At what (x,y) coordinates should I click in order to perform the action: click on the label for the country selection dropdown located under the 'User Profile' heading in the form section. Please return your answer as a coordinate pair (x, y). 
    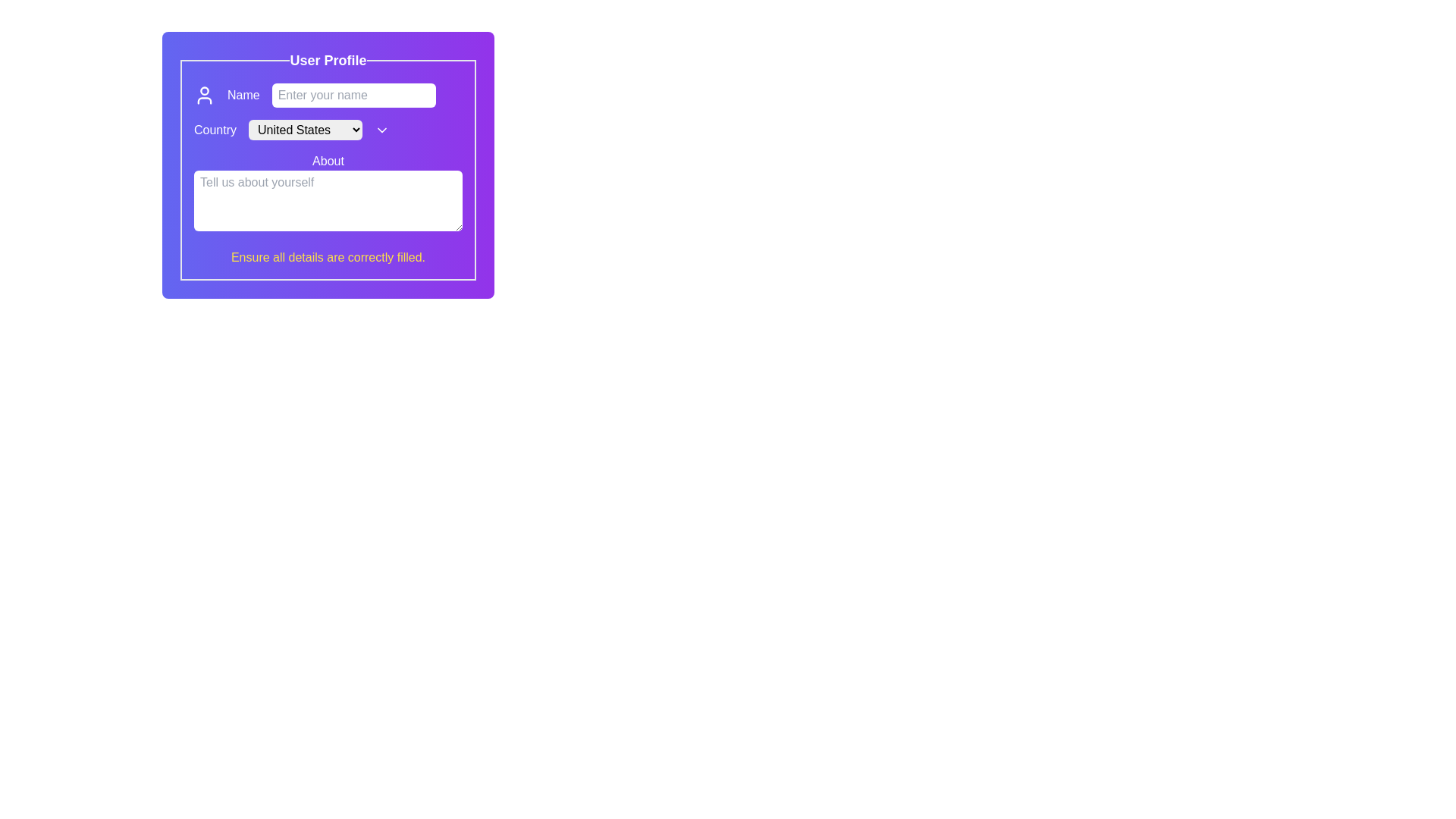
    Looking at the image, I should click on (214, 129).